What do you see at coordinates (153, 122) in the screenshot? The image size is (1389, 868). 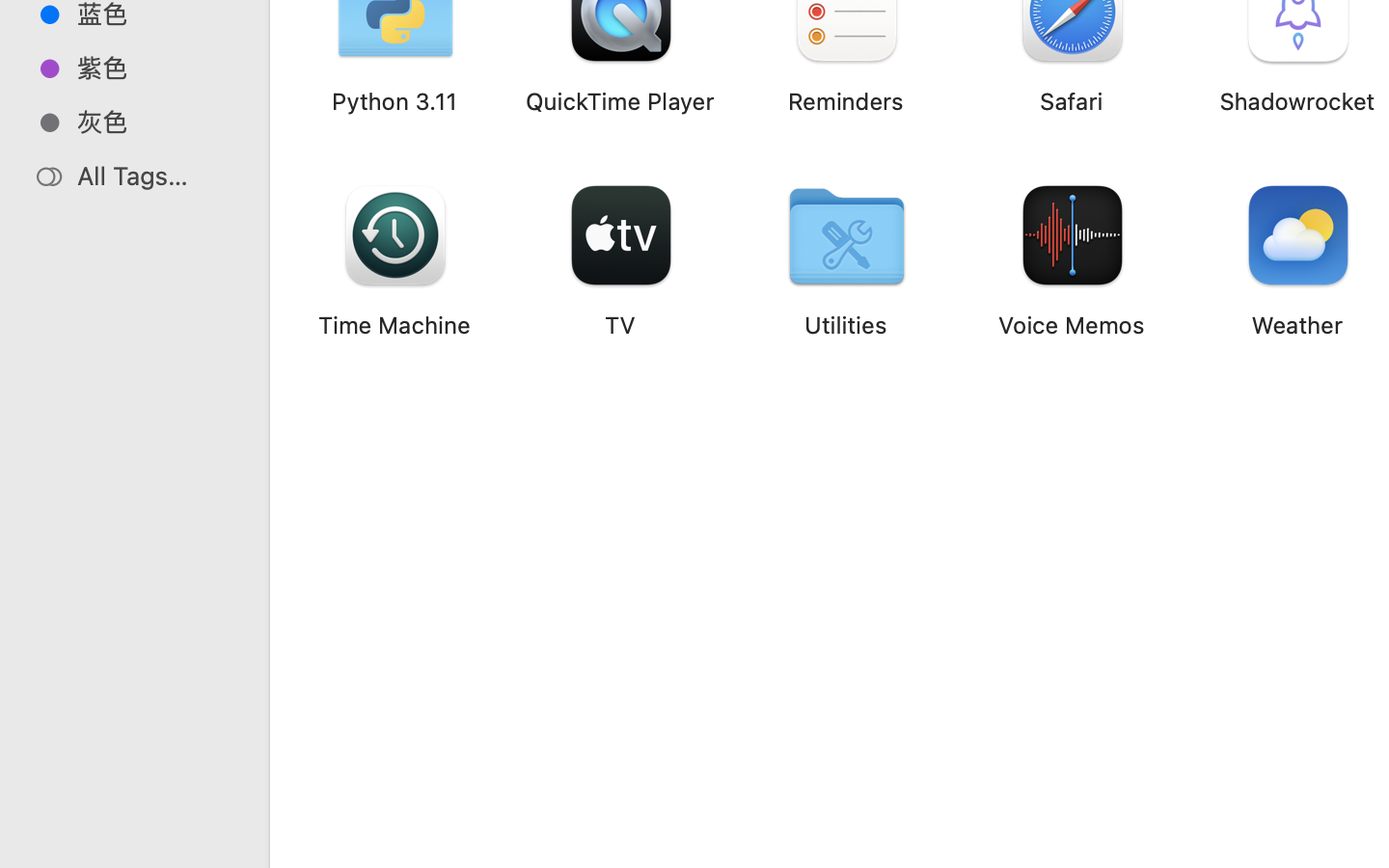 I see `'灰色'` at bounding box center [153, 122].